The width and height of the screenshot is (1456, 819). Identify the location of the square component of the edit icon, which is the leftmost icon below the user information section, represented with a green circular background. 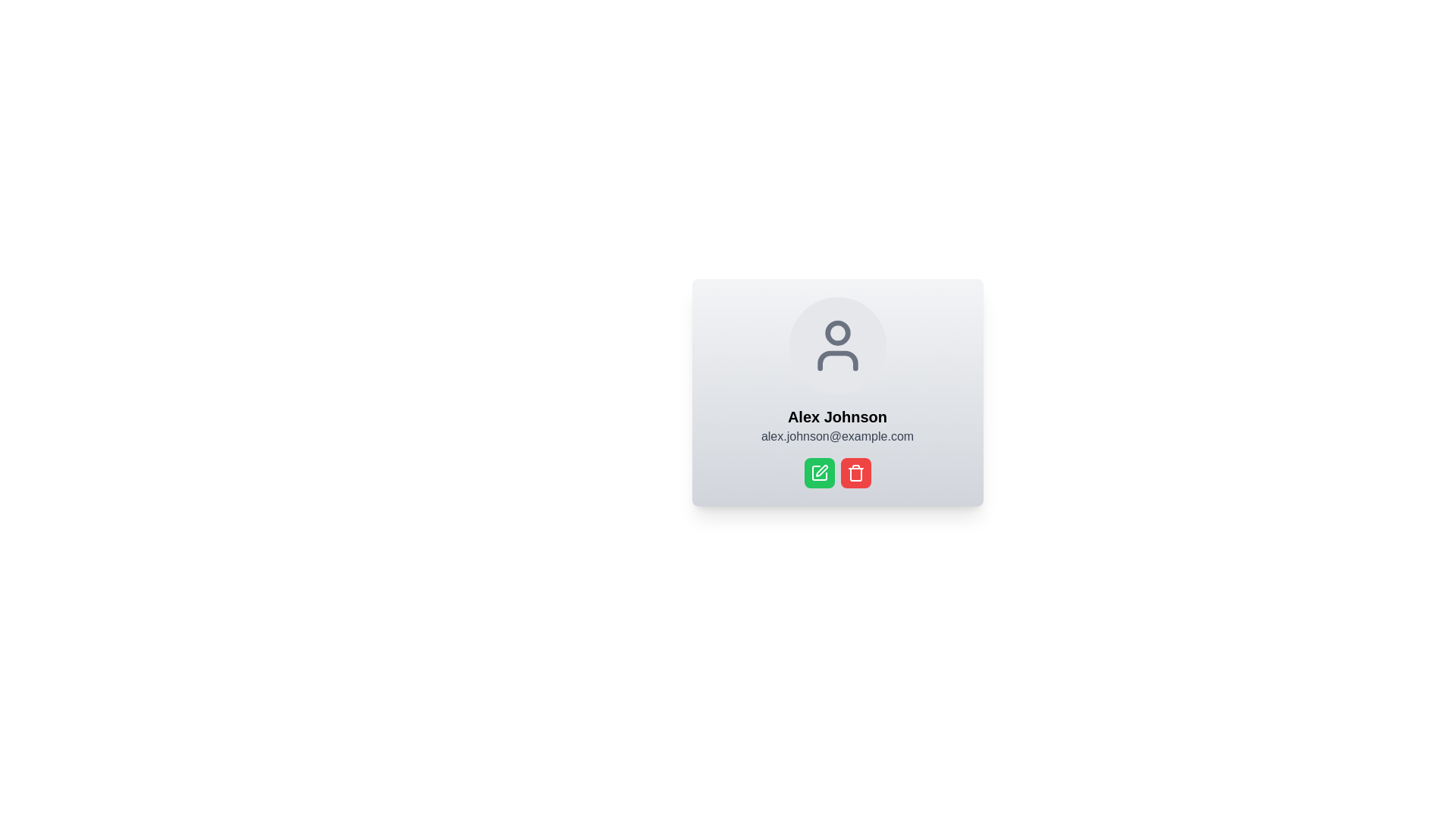
(818, 472).